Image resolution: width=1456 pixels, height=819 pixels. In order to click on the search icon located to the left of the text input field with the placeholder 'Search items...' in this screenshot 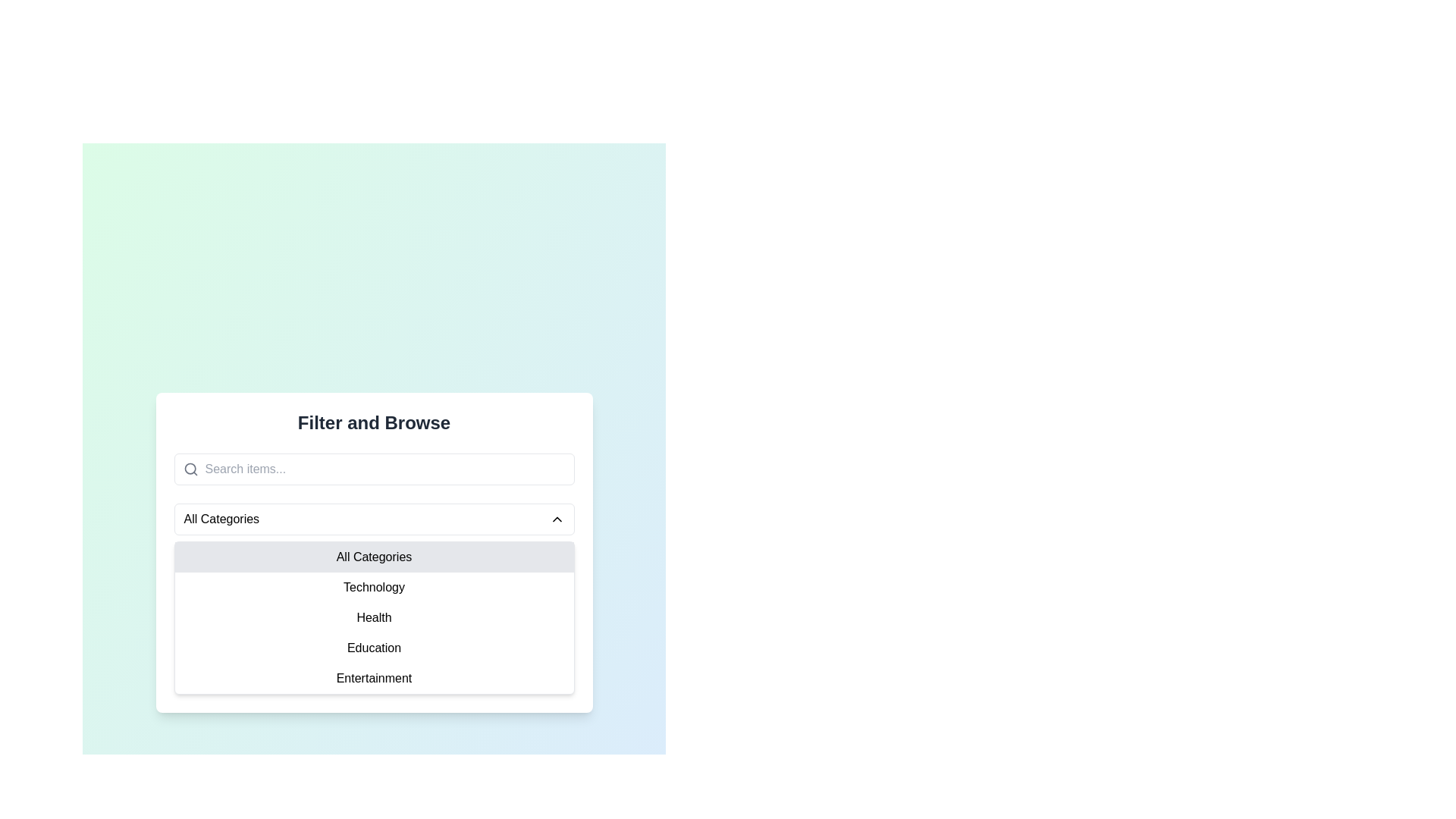, I will do `click(190, 468)`.